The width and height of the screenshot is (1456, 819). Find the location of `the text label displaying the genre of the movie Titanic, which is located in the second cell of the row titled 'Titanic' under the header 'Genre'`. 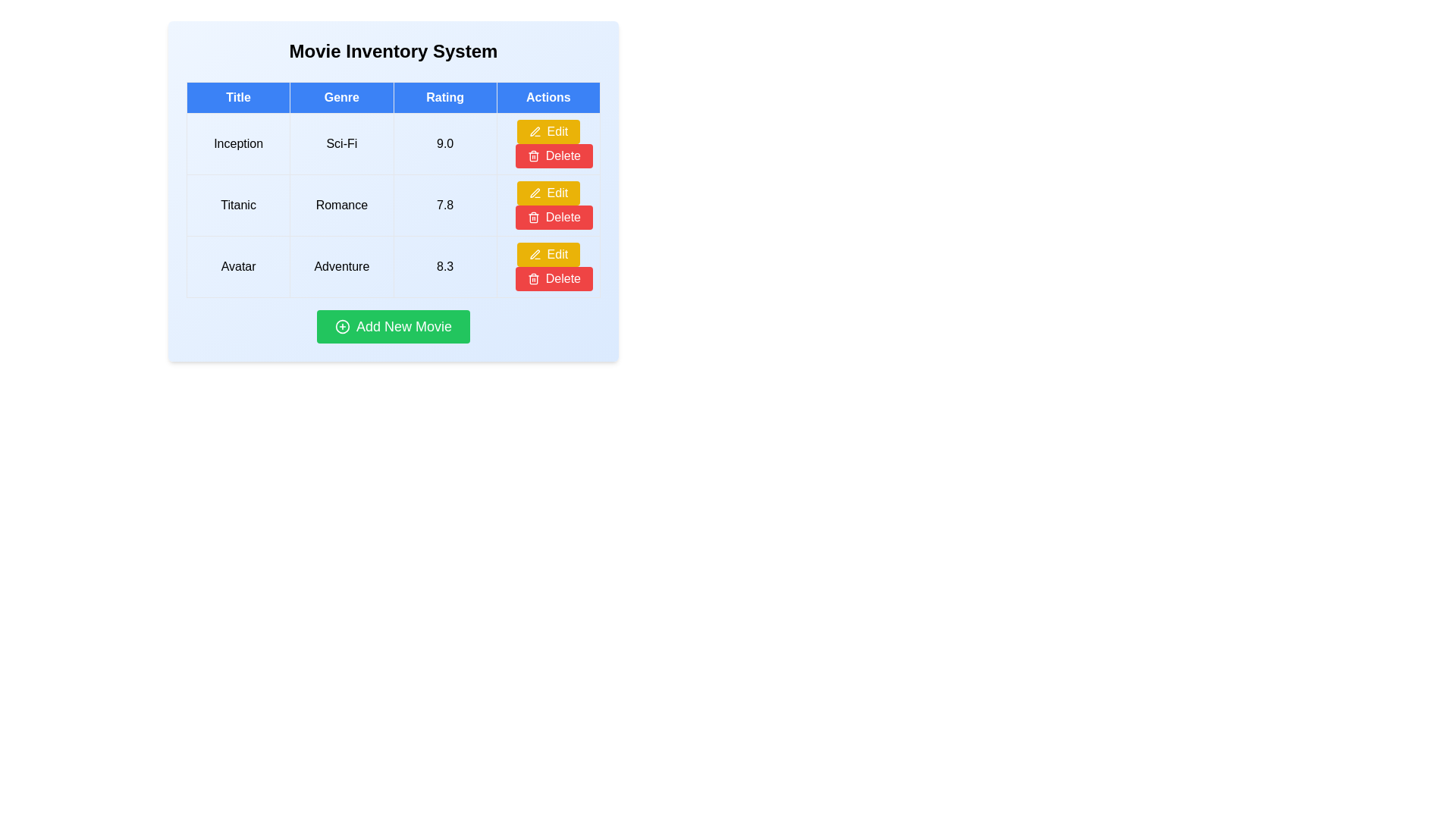

the text label displaying the genre of the movie Titanic, which is located in the second cell of the row titled 'Titanic' under the header 'Genre' is located at coordinates (340, 205).